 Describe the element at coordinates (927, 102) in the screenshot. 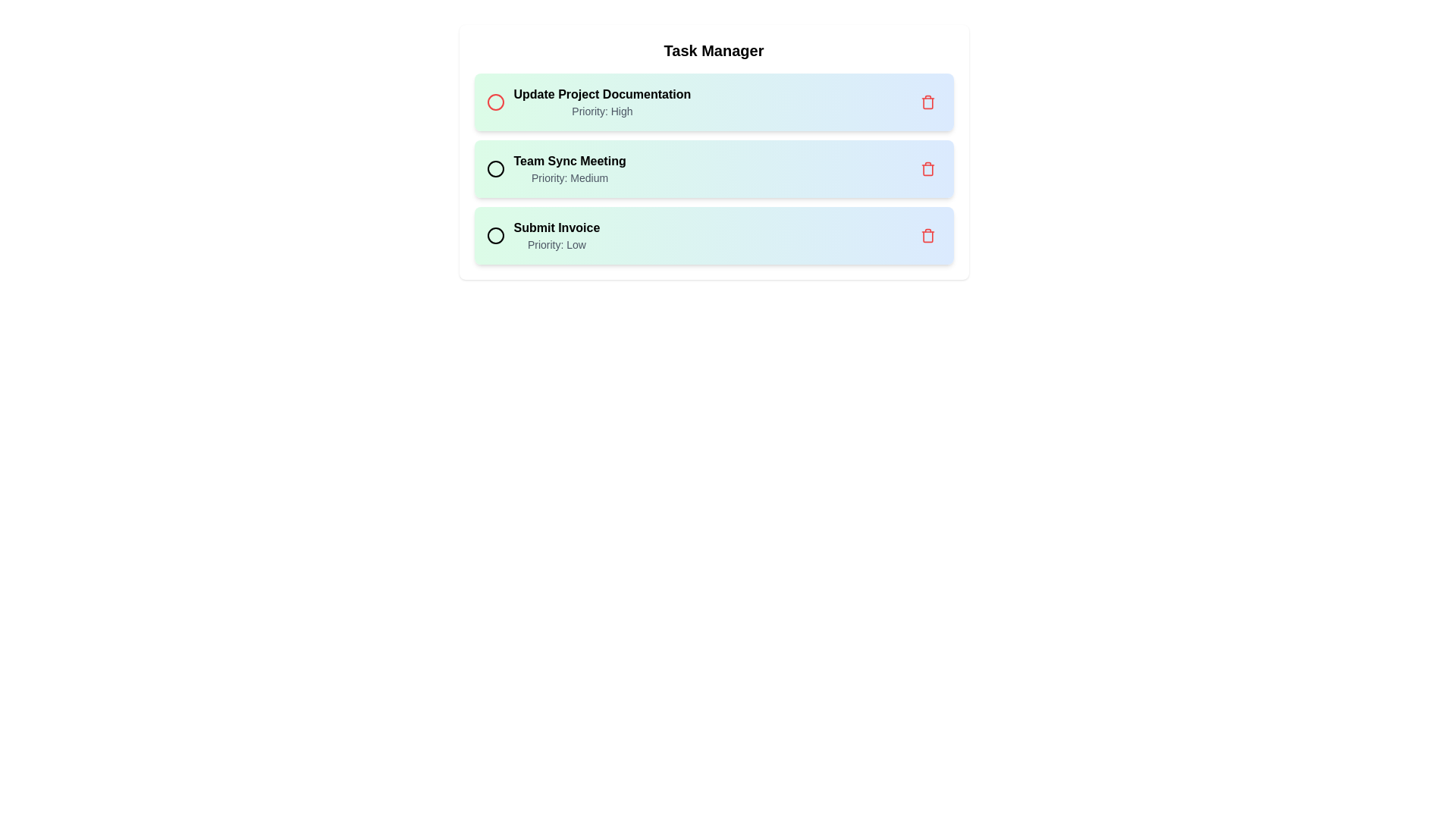

I see `the delete icon for the task with title 'Update Project Documentation'` at that location.